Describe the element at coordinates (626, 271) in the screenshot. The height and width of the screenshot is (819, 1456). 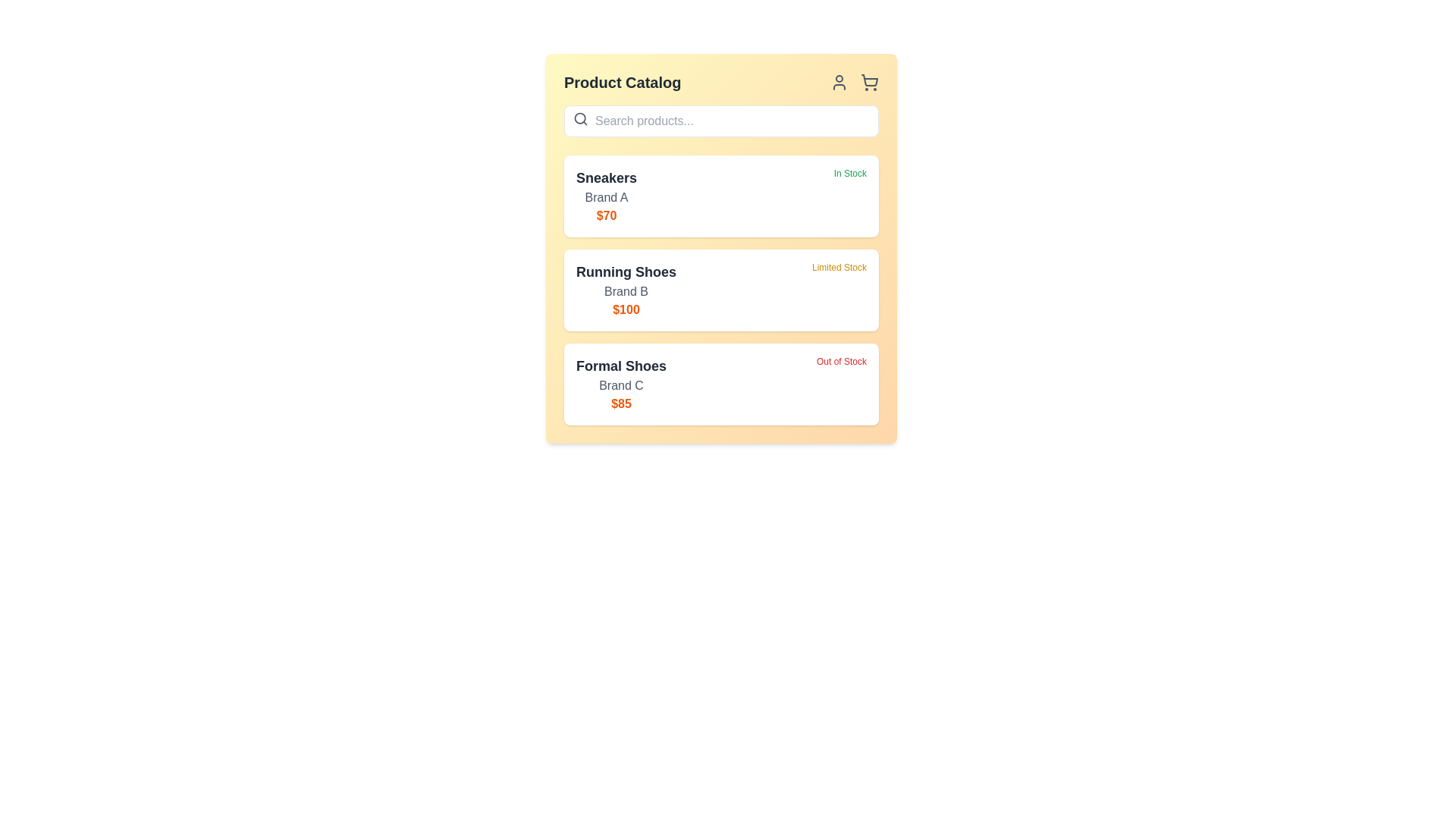
I see `the static text label displaying the product name 'Running Shoes', which is styled in bold, dark gray text against a light background, located near the center of the product card in the second row of the product listing` at that location.